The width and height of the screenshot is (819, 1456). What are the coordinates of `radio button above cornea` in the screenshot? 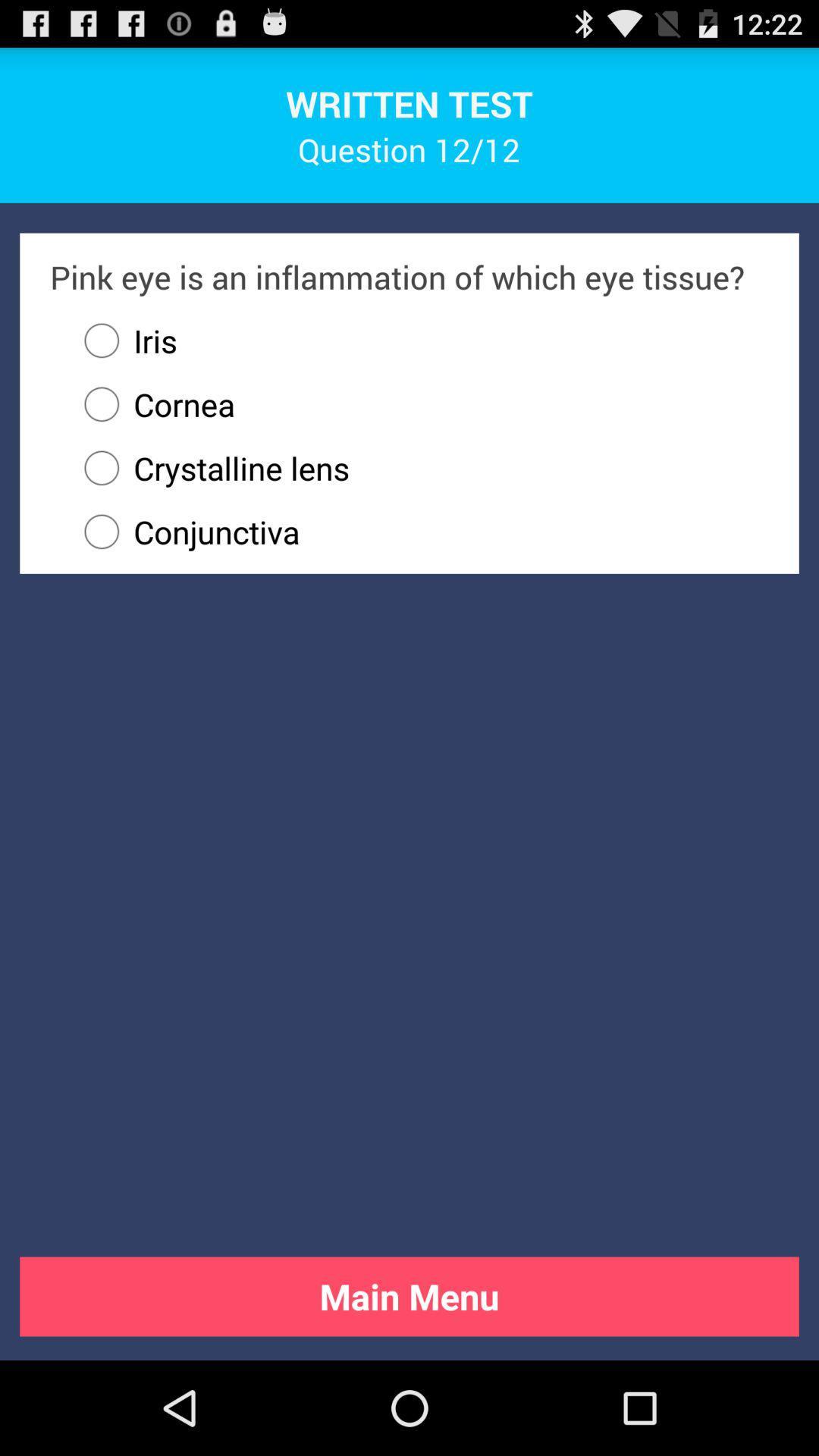 It's located at (123, 340).